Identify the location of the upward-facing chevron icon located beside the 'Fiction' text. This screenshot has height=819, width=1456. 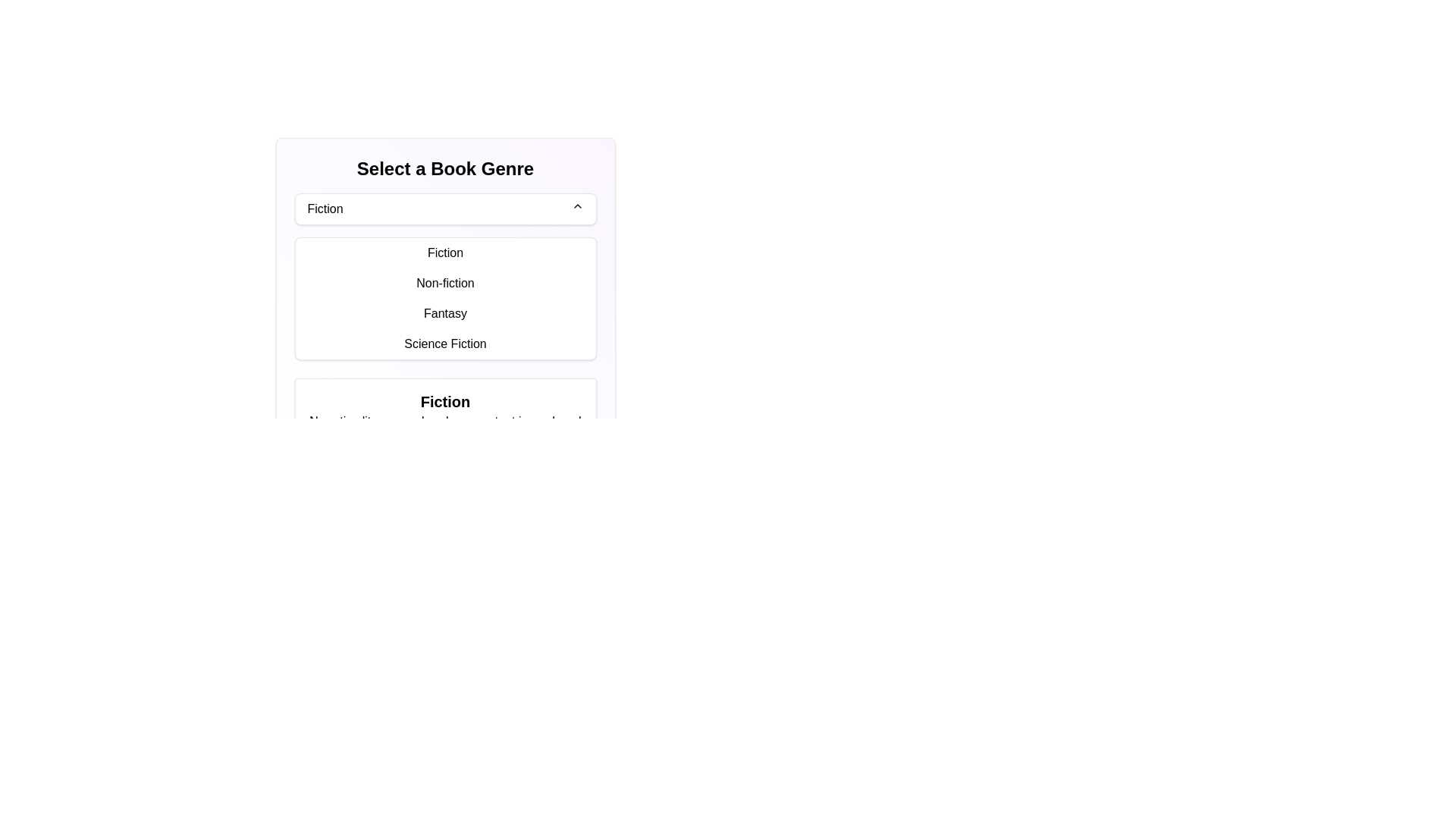
(576, 206).